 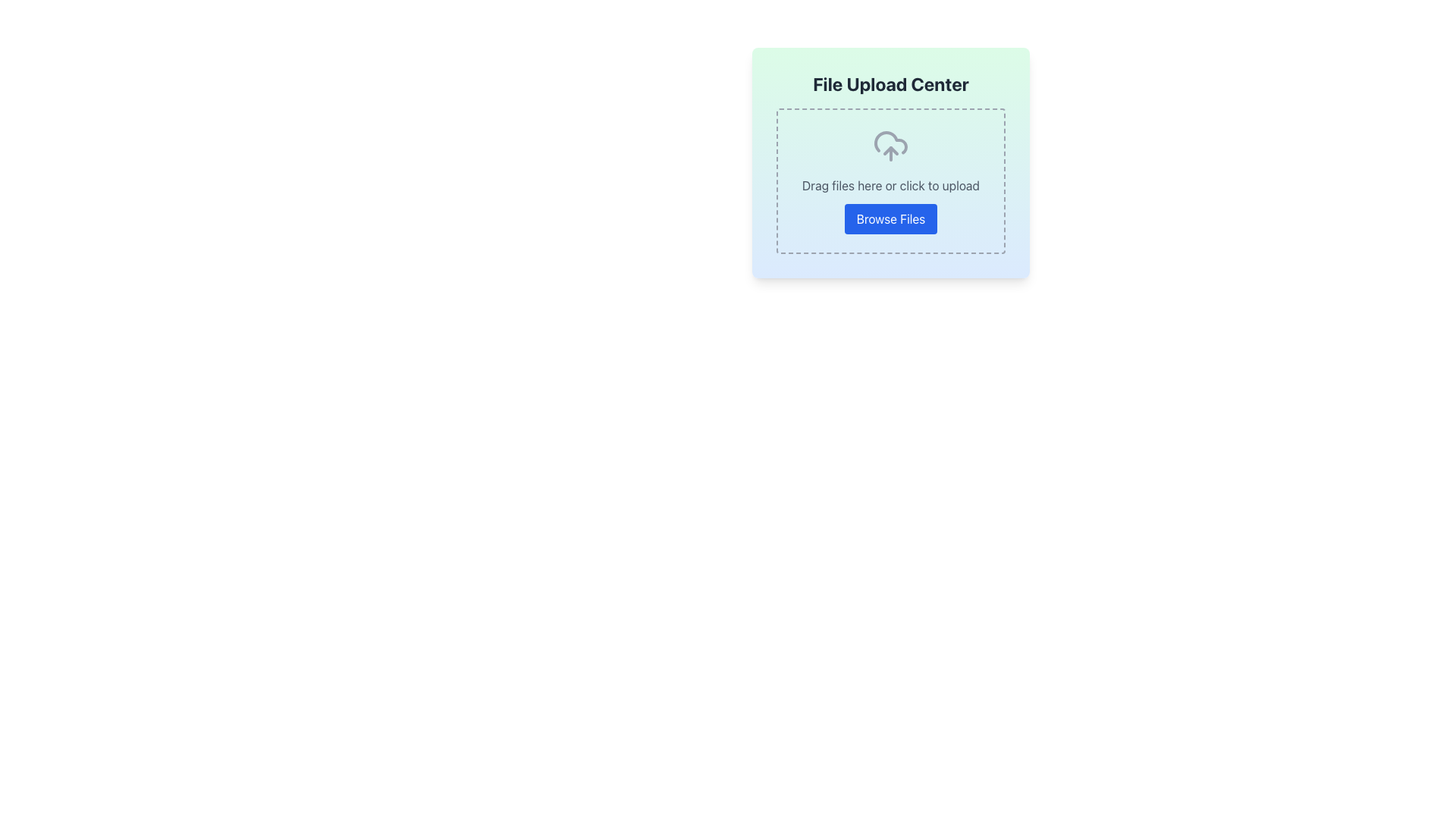 I want to click on the File uploader interface, which features a dashed border, a cloud icon with an upward arrow, the text 'Drag files here or click to upload', and a blue button labeled 'Browse Files', so click(x=891, y=180).